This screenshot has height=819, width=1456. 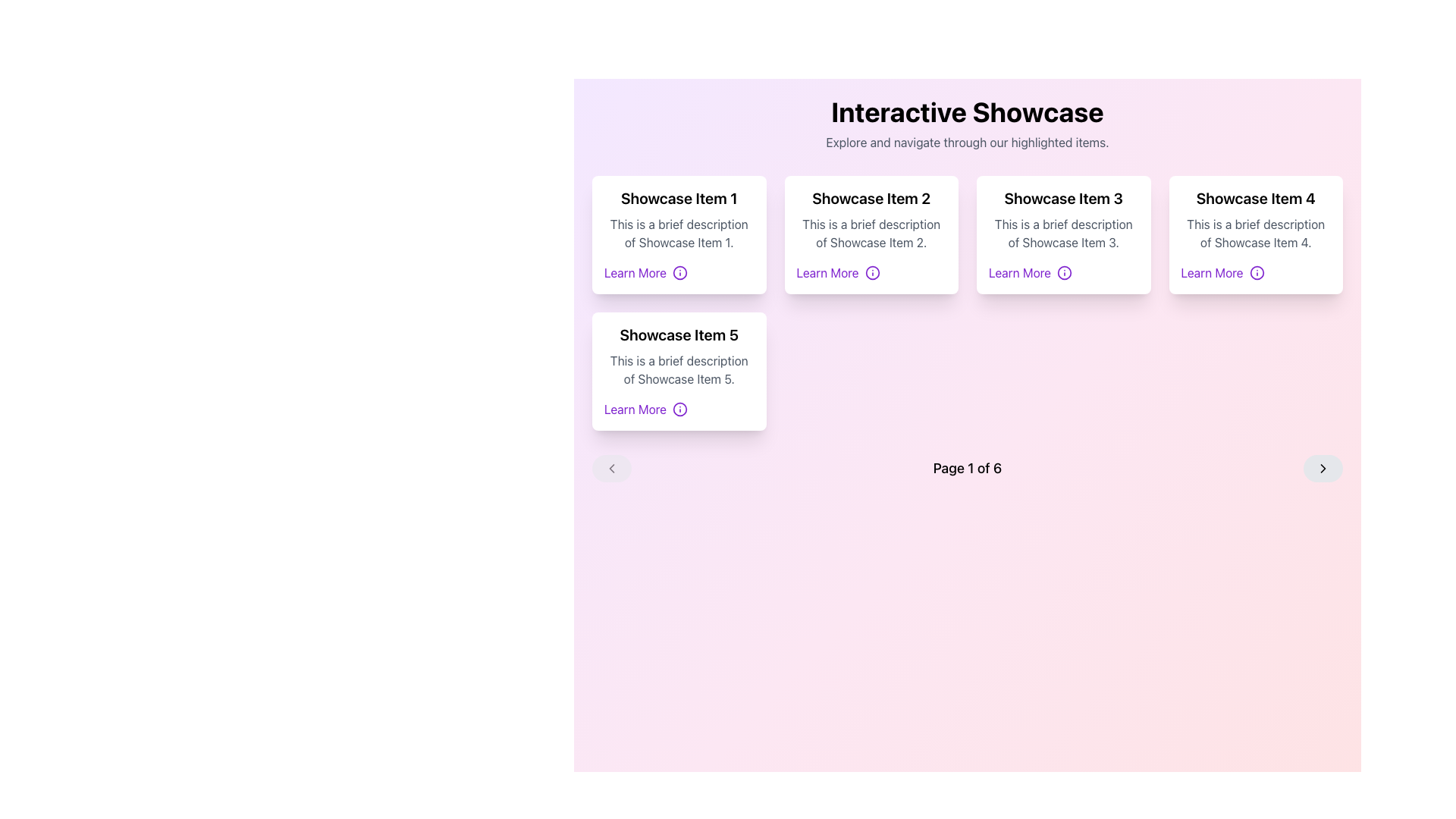 I want to click on the textual header component that displays 'Interactive Showcase' and its subtitle 'Explore and navigate through our highlighted items', so click(x=967, y=124).